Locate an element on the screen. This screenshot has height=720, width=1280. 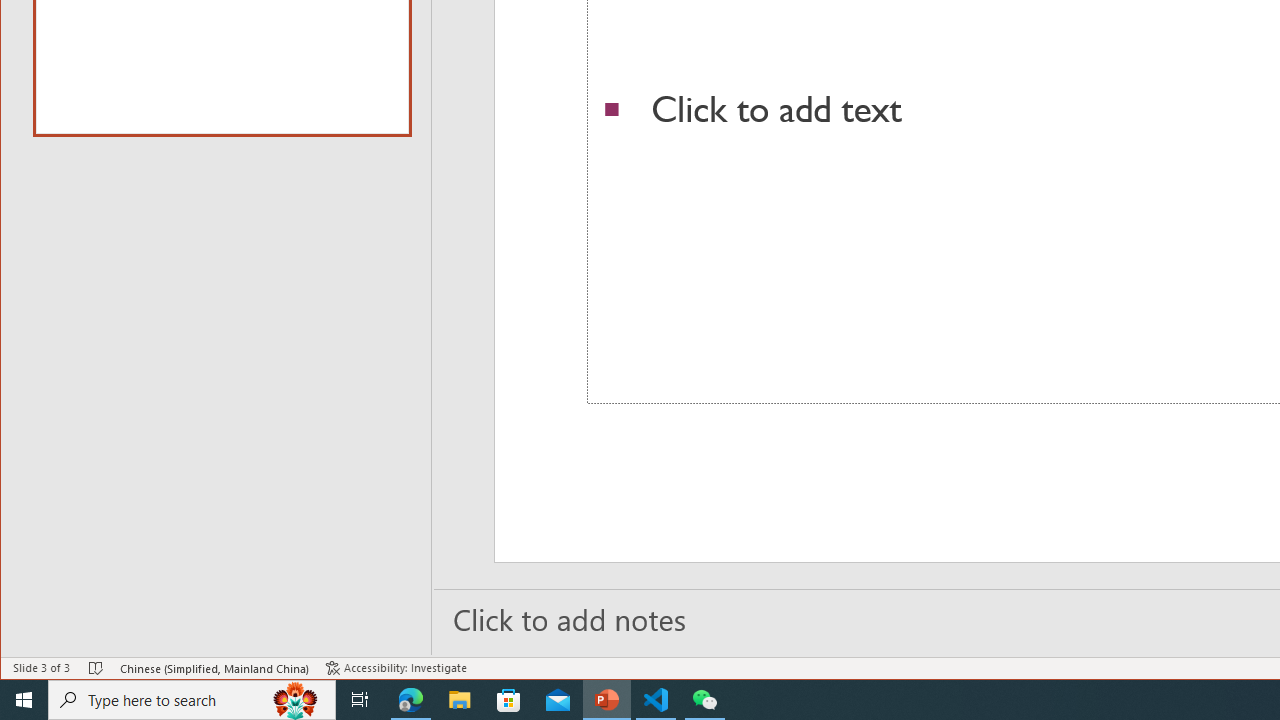
'WeChat - 1 running window' is located at coordinates (705, 698).